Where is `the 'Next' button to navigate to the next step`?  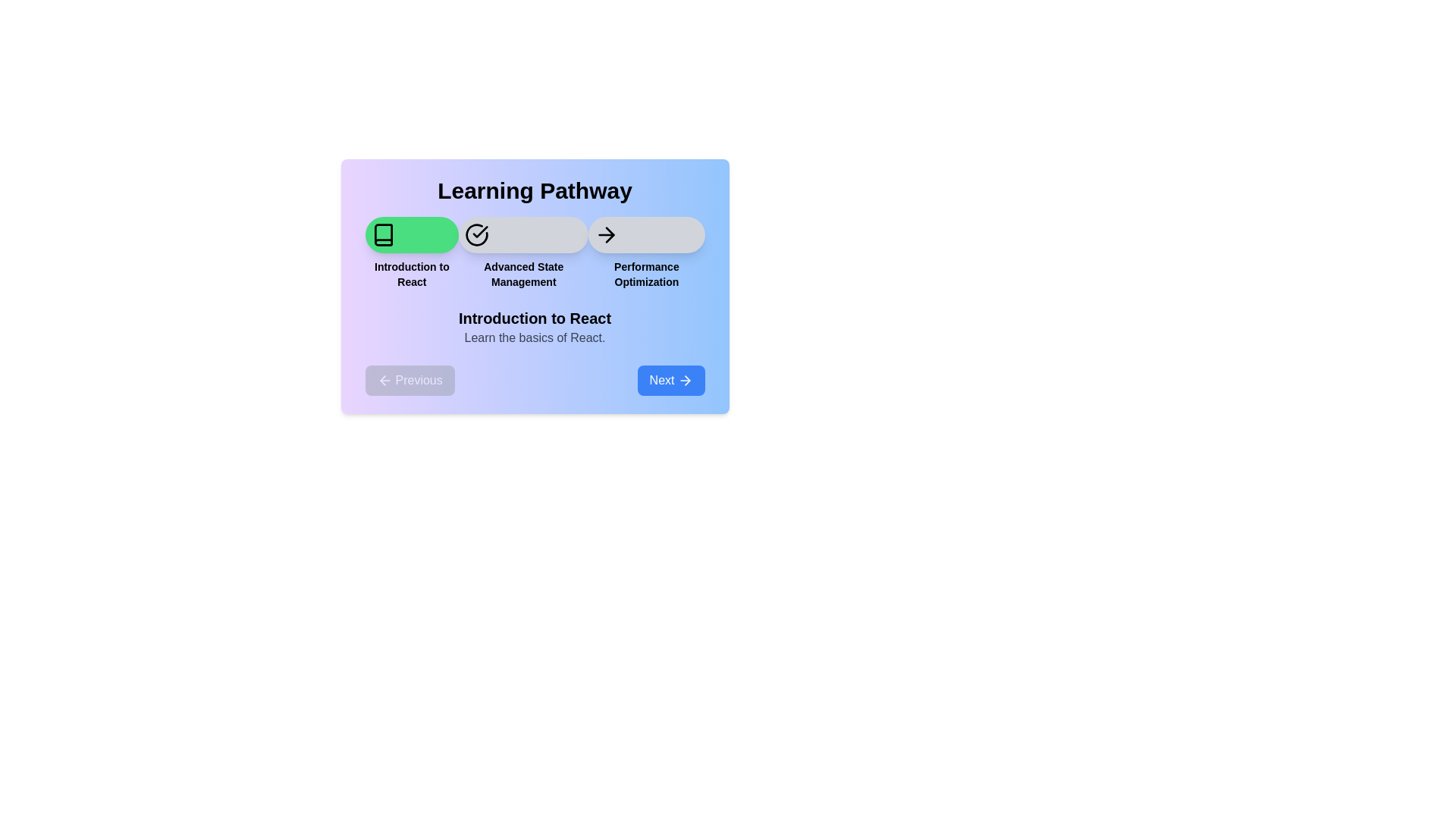 the 'Next' button to navigate to the next step is located at coordinates (670, 379).